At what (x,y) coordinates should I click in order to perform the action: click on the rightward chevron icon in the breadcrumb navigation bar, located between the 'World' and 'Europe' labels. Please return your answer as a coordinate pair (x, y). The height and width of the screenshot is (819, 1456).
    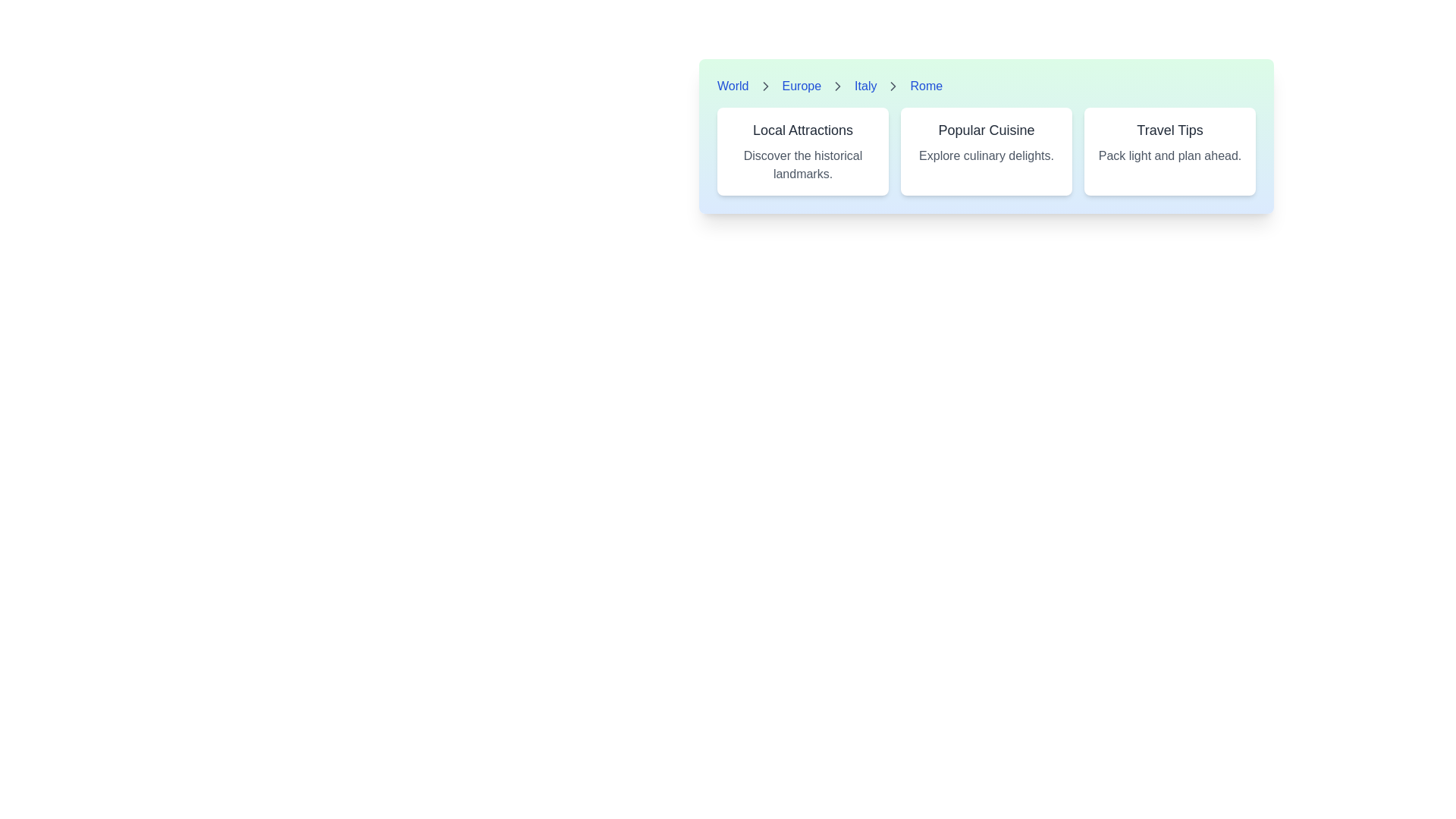
    Looking at the image, I should click on (765, 86).